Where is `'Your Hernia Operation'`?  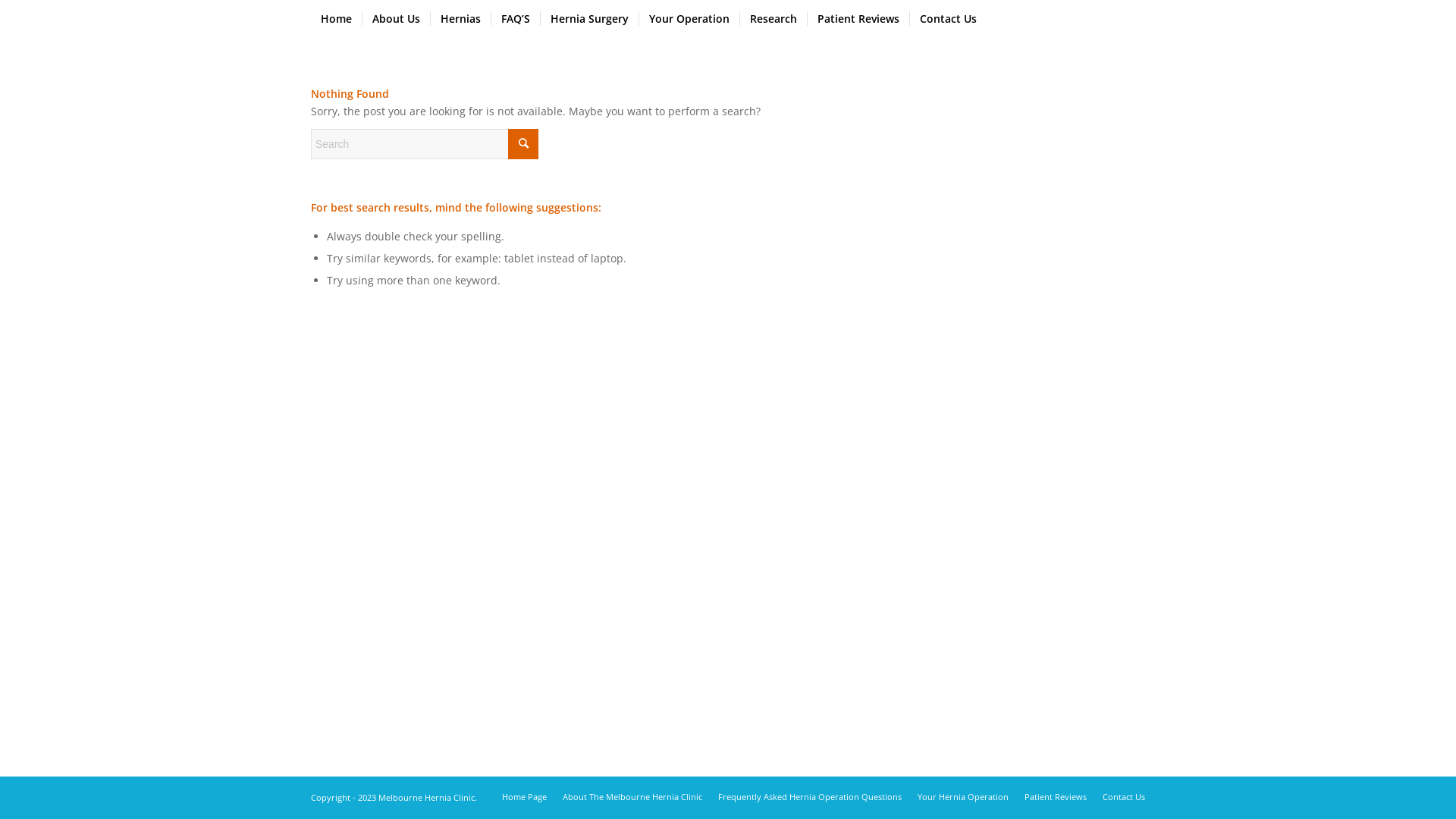 'Your Hernia Operation' is located at coordinates (962, 795).